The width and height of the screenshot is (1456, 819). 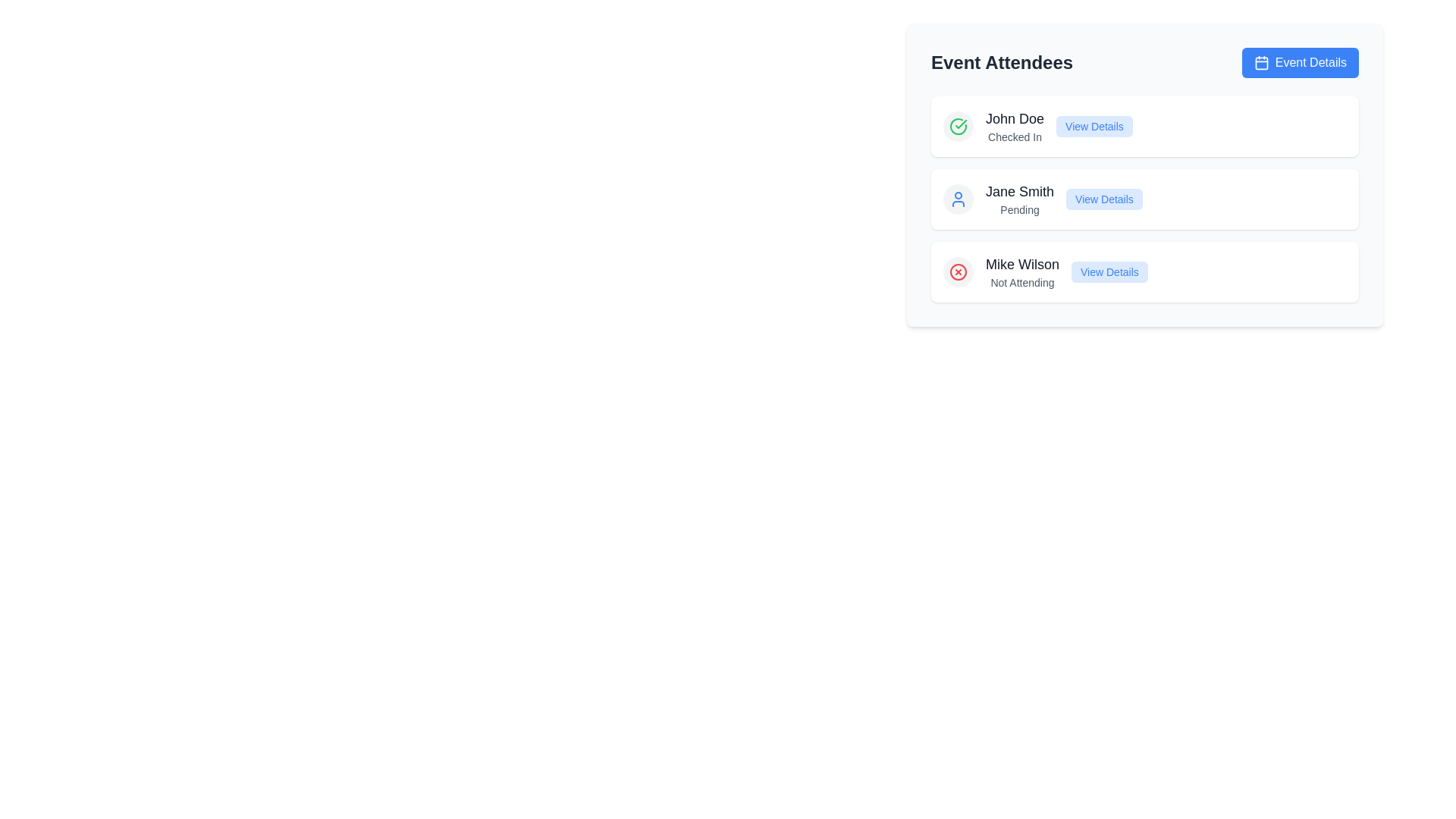 I want to click on the text label indicating the status of 'Jane Smith', which currently displays 'Pending', so click(x=1019, y=210).